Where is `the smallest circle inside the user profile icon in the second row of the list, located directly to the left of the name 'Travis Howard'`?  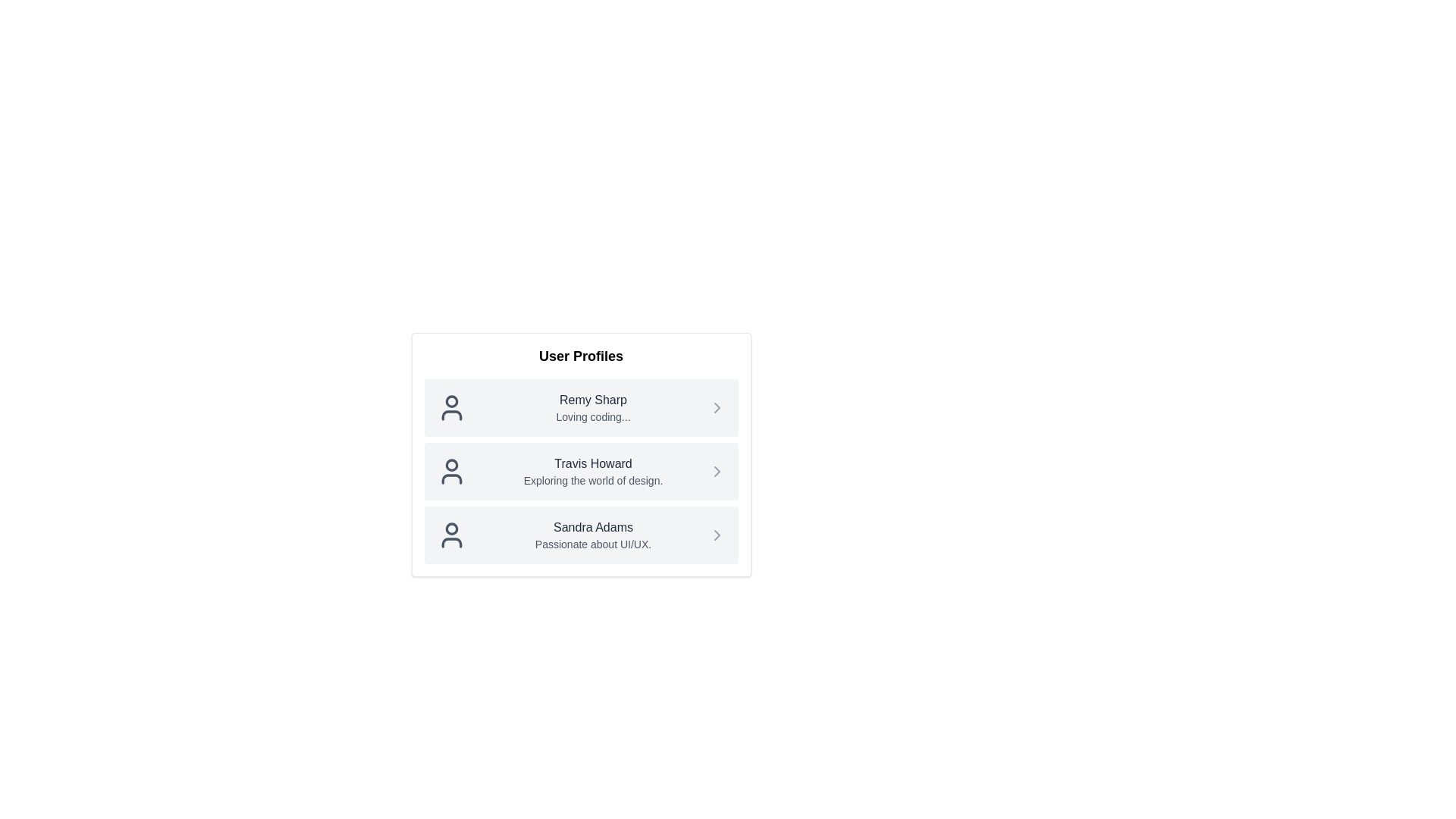 the smallest circle inside the user profile icon in the second row of the list, located directly to the left of the name 'Travis Howard' is located at coordinates (450, 464).